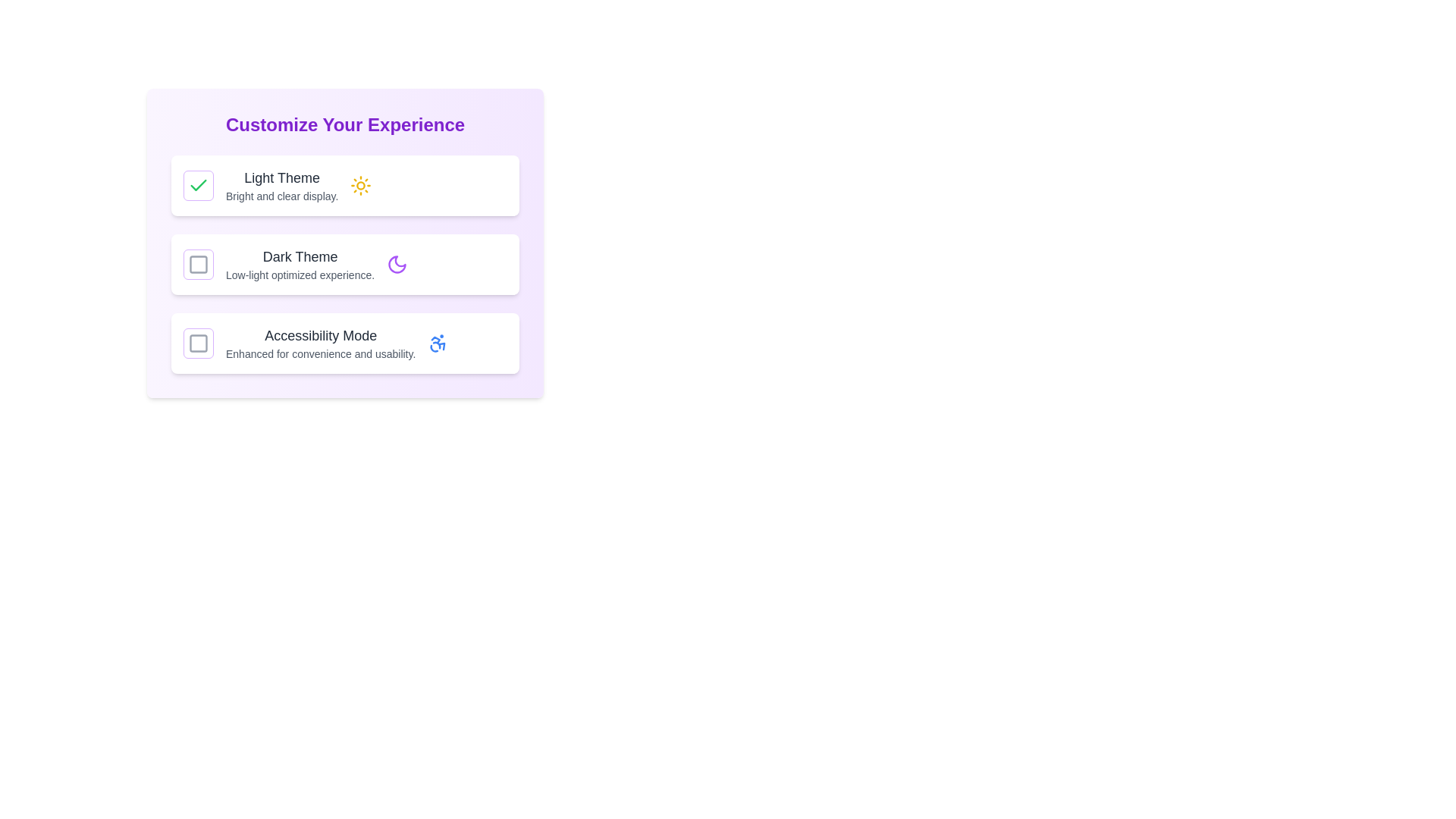 This screenshot has height=819, width=1456. Describe the element at coordinates (282, 177) in the screenshot. I see `the 'Light Theme' text label, which is a large, bold heading indicating the first option in the theme selection list` at that location.